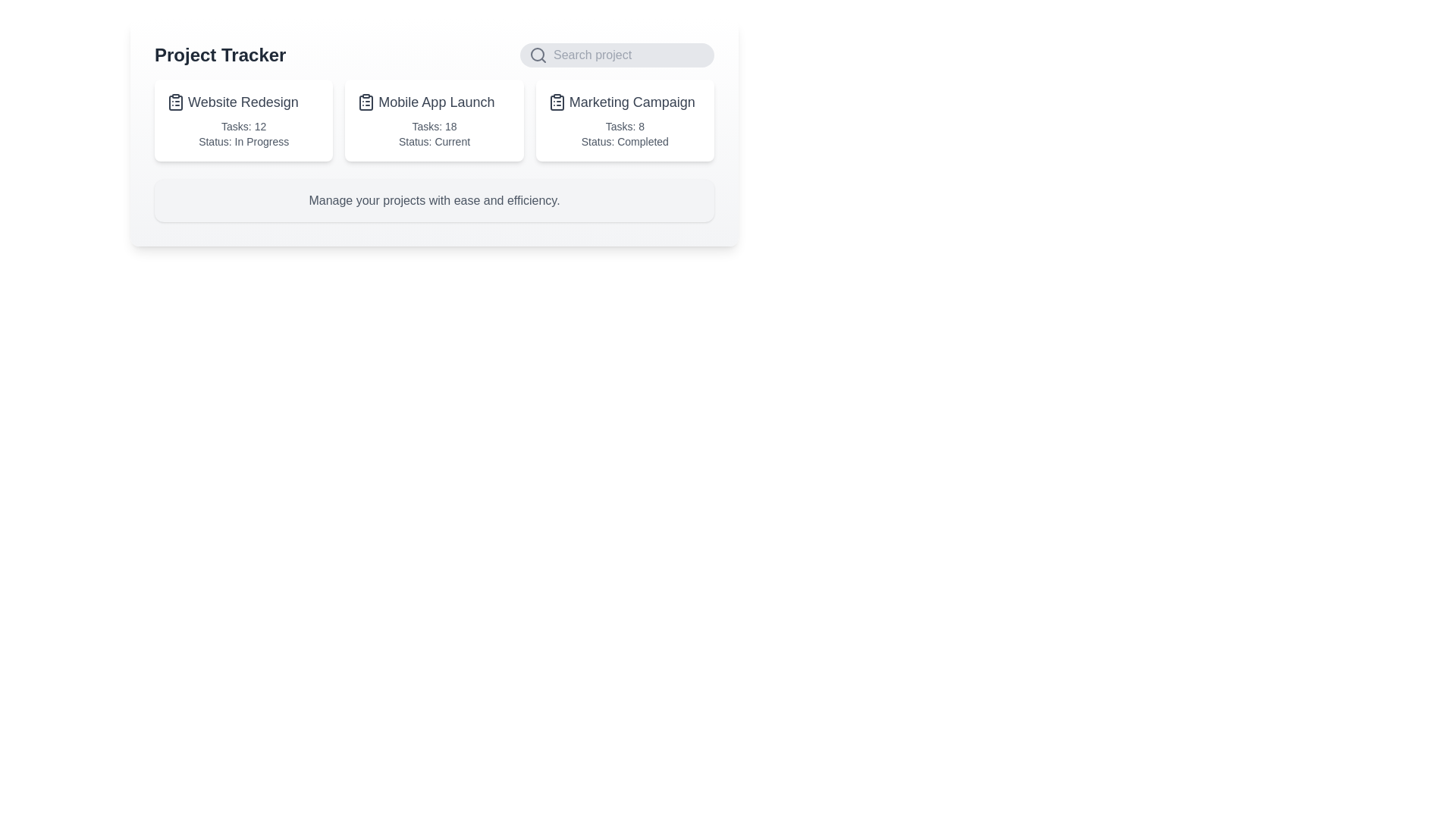 The width and height of the screenshot is (1456, 819). Describe the element at coordinates (433, 131) in the screenshot. I see `displayed text from the central Informational card in the project list section, which shows project details such as 'Tasks: 18' and 'Status: Current'` at that location.